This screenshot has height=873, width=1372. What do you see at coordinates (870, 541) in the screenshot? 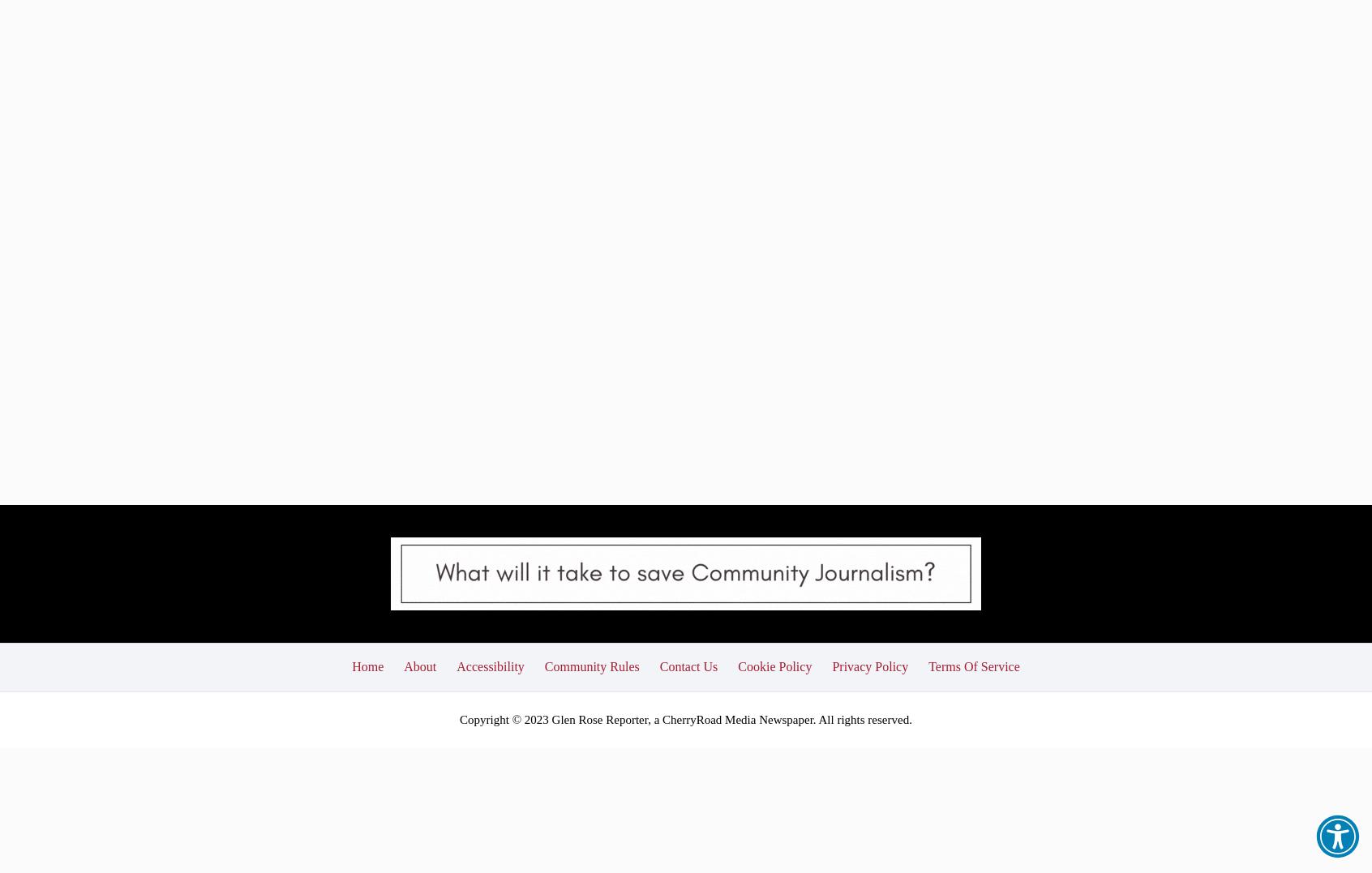
I see `'Privacy Policy'` at bounding box center [870, 541].